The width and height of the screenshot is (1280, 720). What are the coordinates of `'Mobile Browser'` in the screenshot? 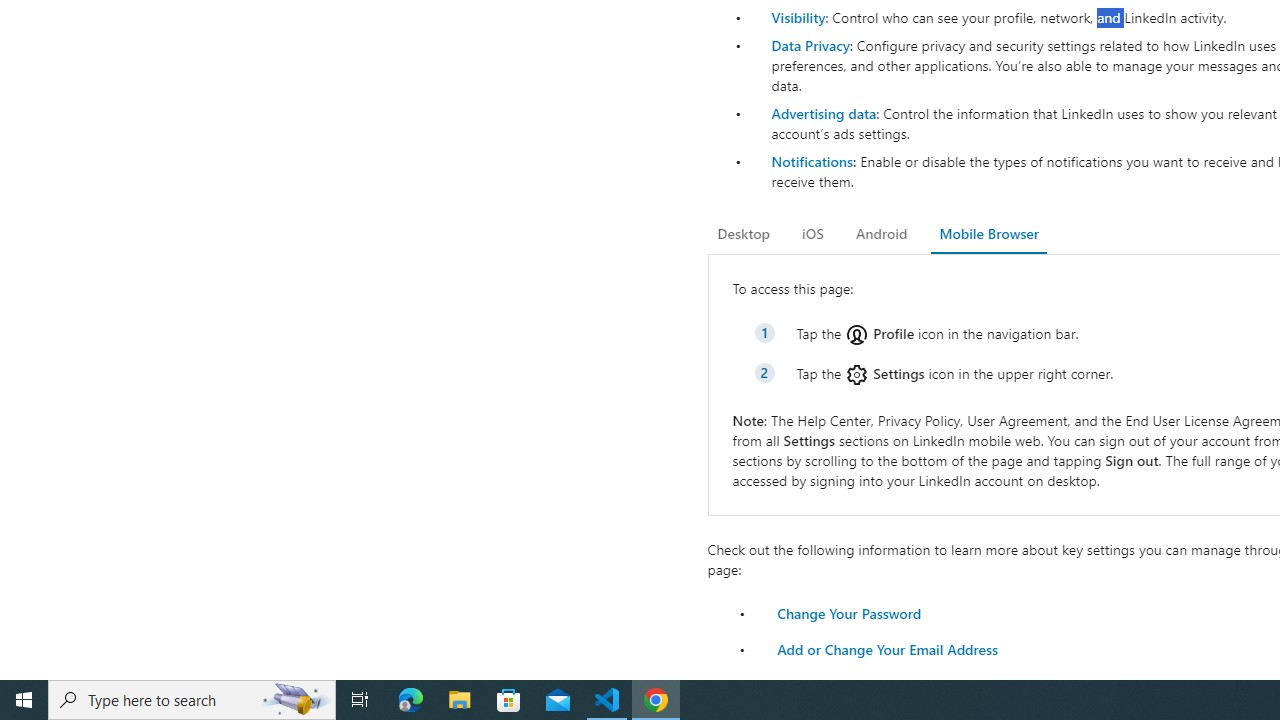 It's located at (988, 233).